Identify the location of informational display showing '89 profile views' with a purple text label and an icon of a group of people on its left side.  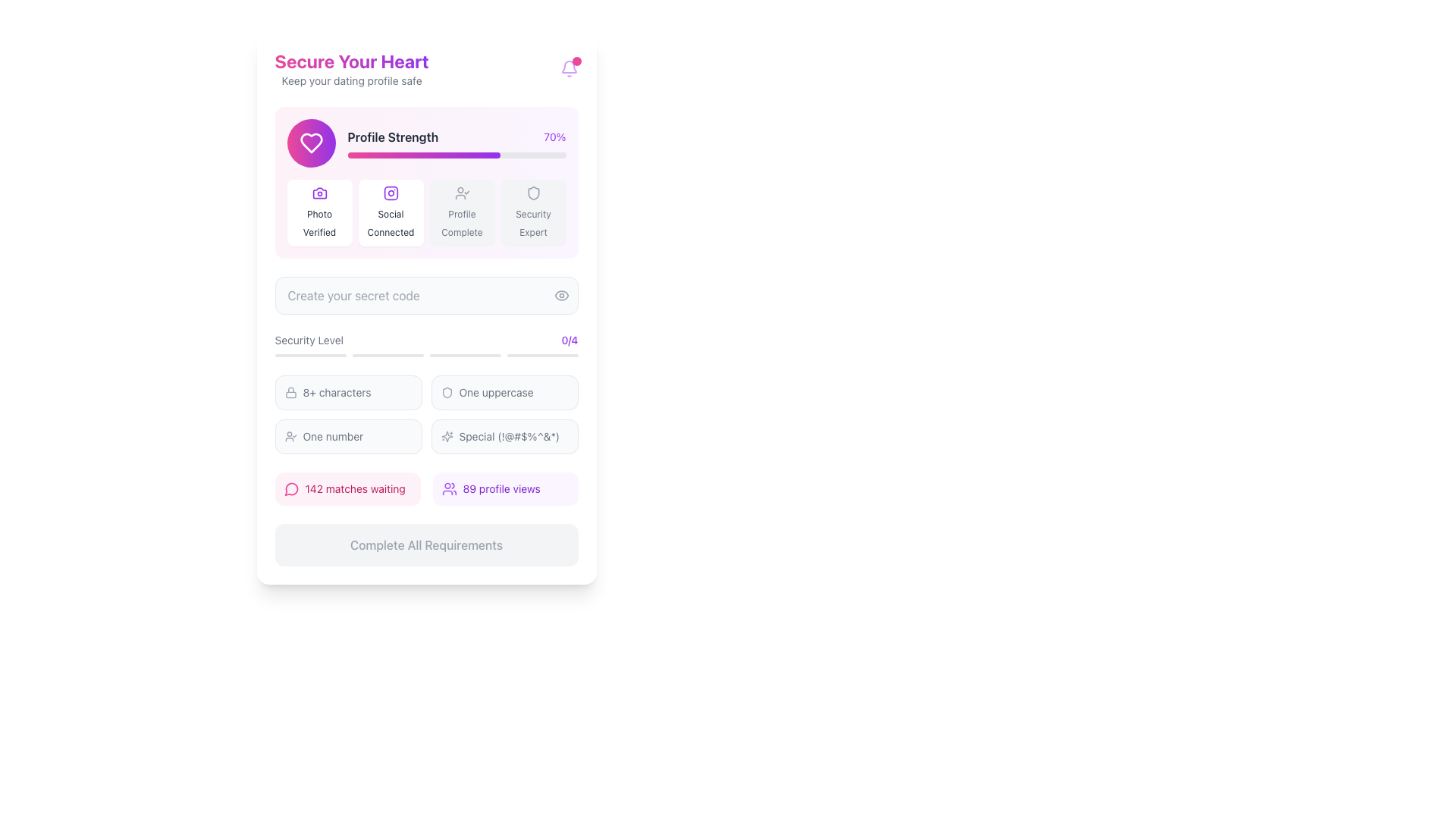
(505, 488).